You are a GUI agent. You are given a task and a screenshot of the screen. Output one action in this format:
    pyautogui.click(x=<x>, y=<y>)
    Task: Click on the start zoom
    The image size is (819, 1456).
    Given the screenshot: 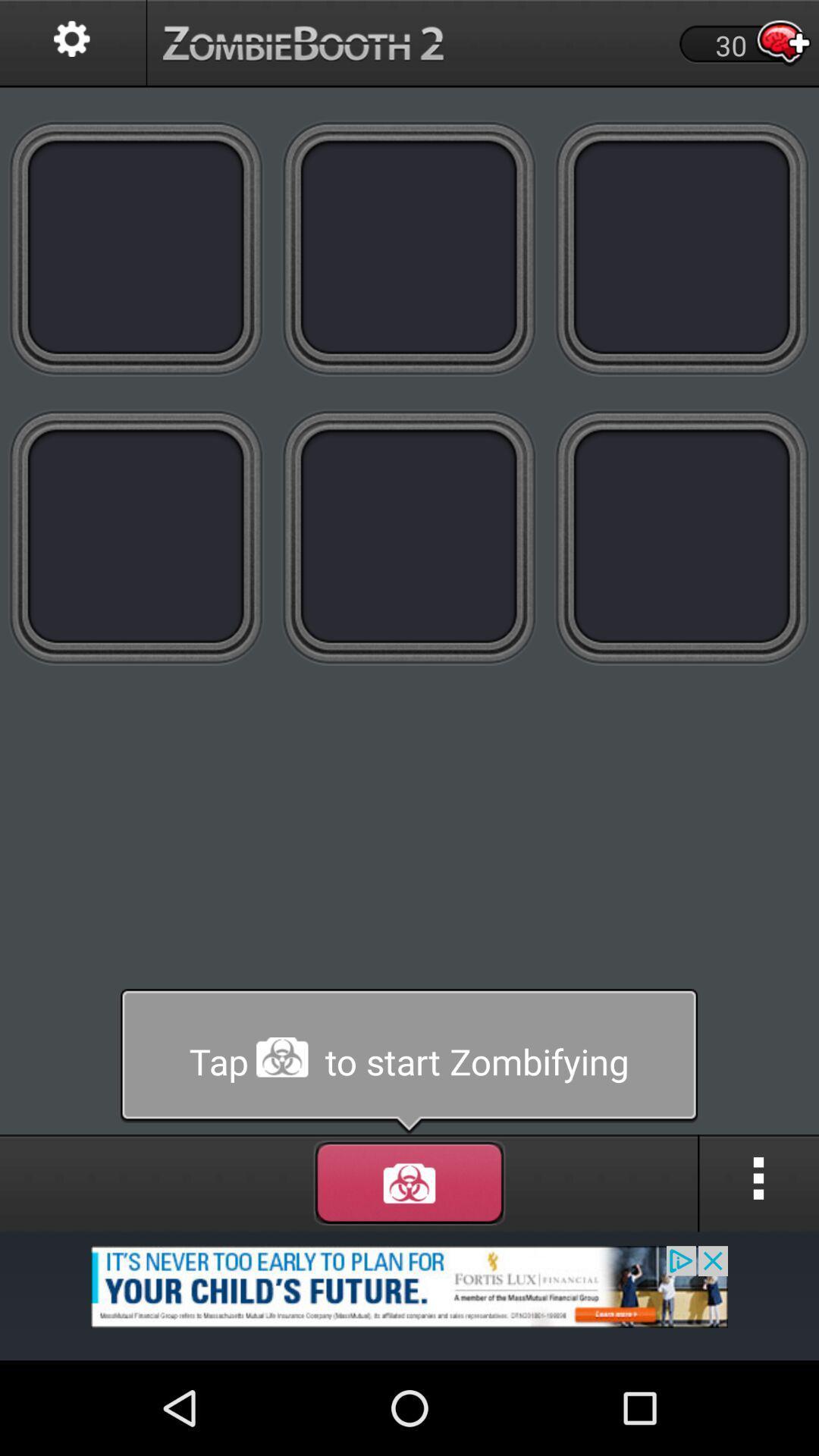 What is the action you would take?
    pyautogui.click(x=408, y=1061)
    